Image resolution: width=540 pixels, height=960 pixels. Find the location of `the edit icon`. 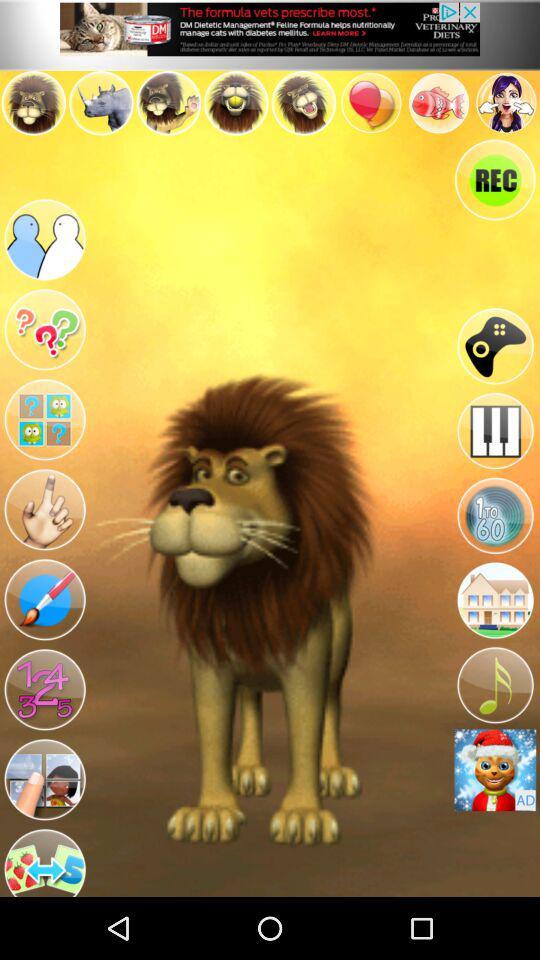

the edit icon is located at coordinates (44, 641).